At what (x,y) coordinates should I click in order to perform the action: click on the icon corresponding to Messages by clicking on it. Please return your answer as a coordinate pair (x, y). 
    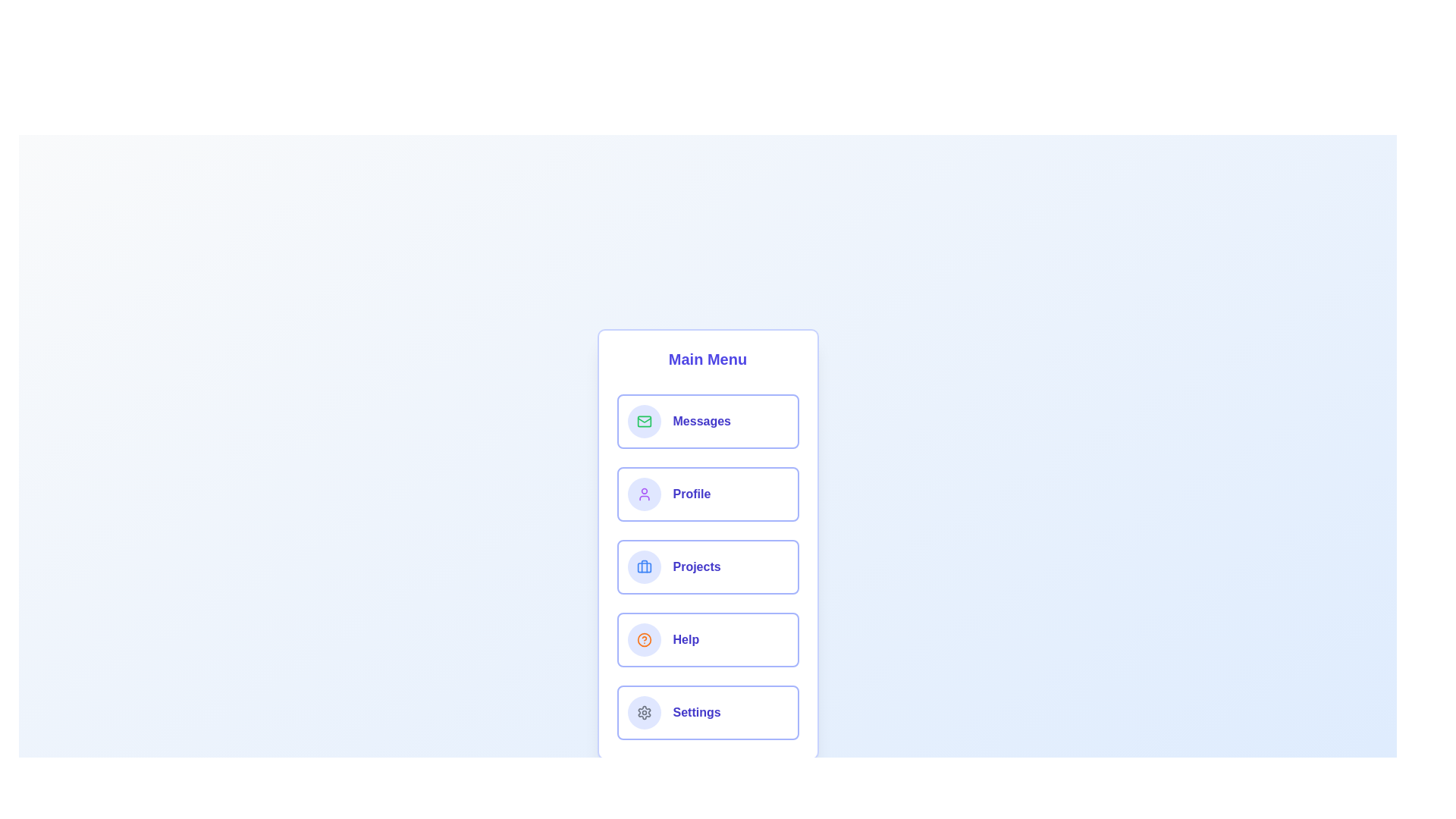
    Looking at the image, I should click on (644, 421).